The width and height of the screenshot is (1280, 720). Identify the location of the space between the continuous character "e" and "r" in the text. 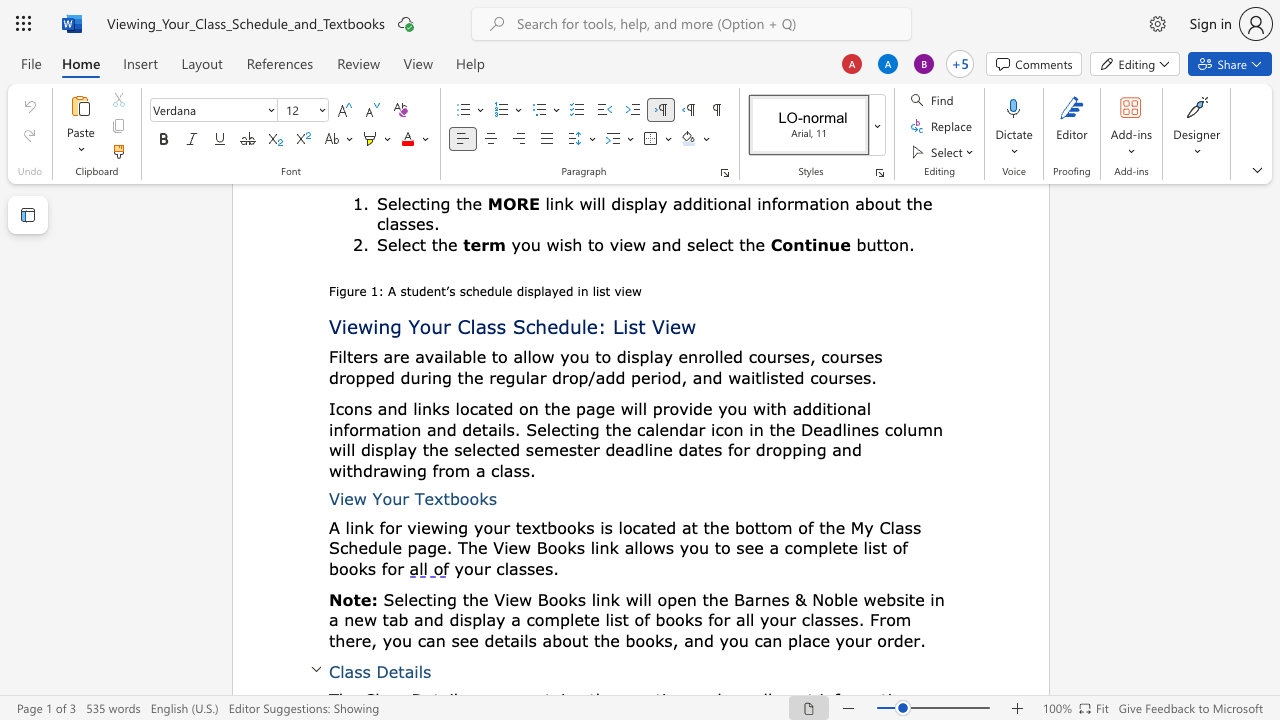
(591, 448).